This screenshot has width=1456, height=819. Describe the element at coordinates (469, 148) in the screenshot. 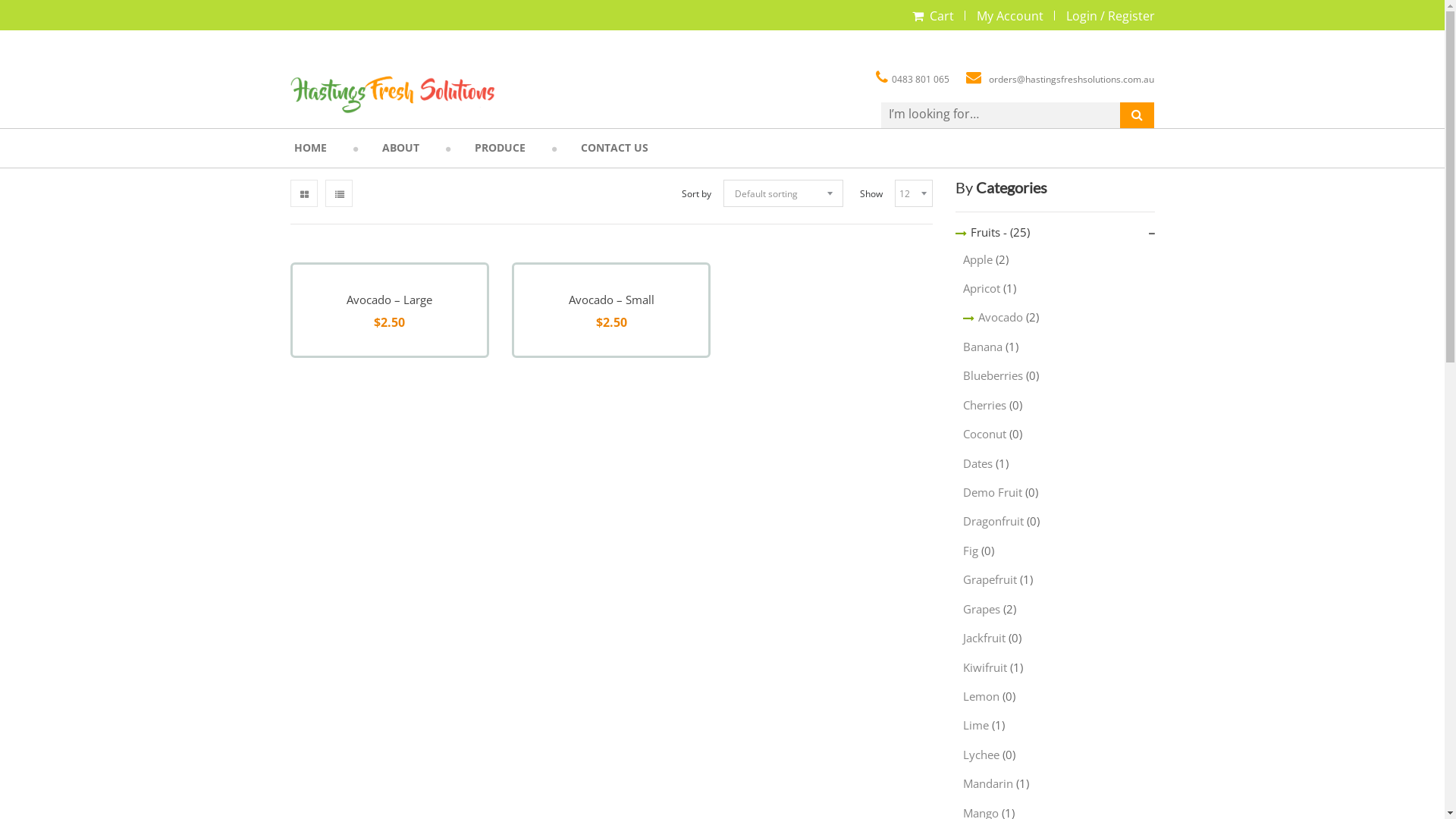

I see `'PRODUCE'` at that location.